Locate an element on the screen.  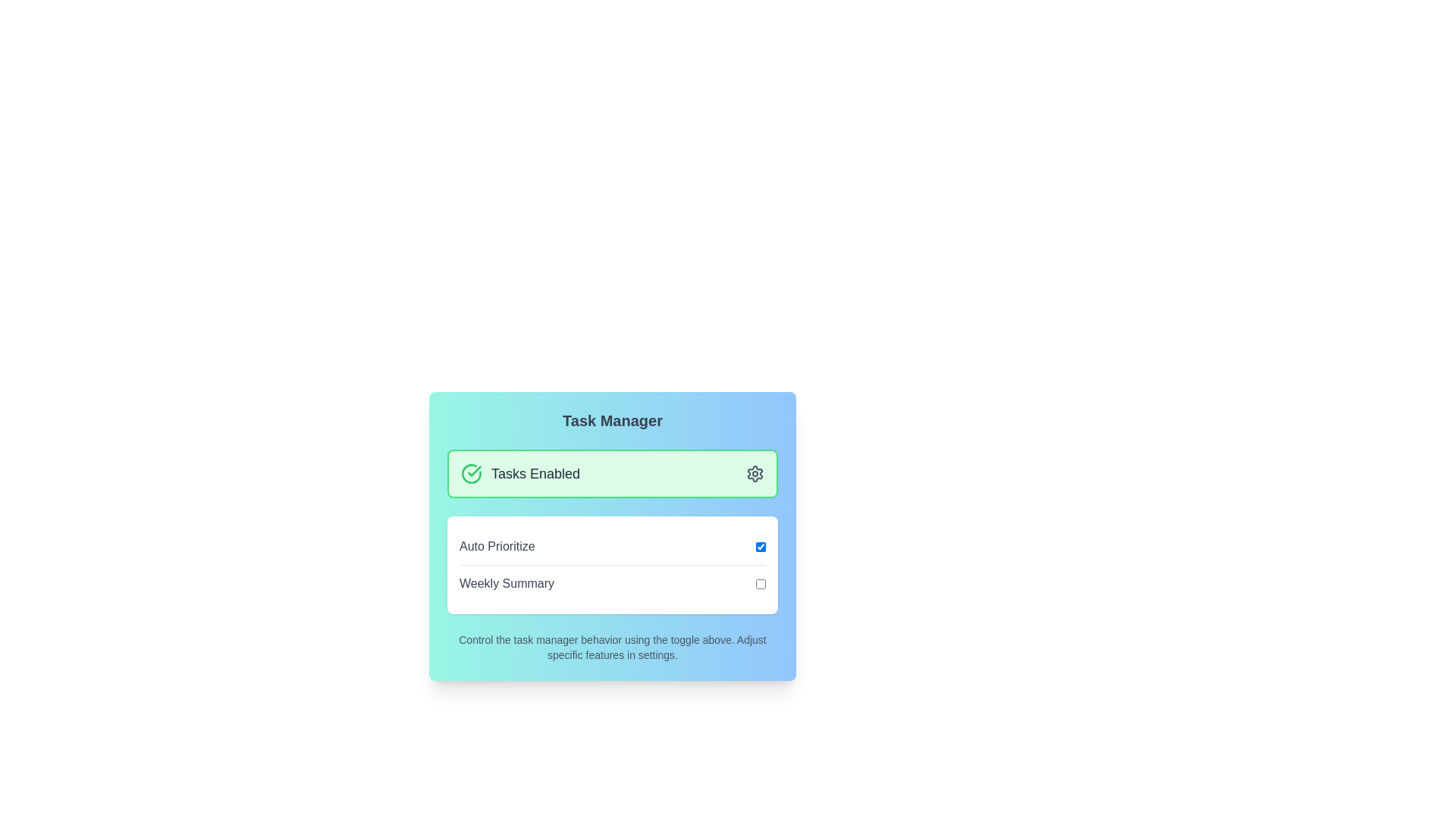
the 'Auto Prioritize' toggle switch checkbox is located at coordinates (612, 547).